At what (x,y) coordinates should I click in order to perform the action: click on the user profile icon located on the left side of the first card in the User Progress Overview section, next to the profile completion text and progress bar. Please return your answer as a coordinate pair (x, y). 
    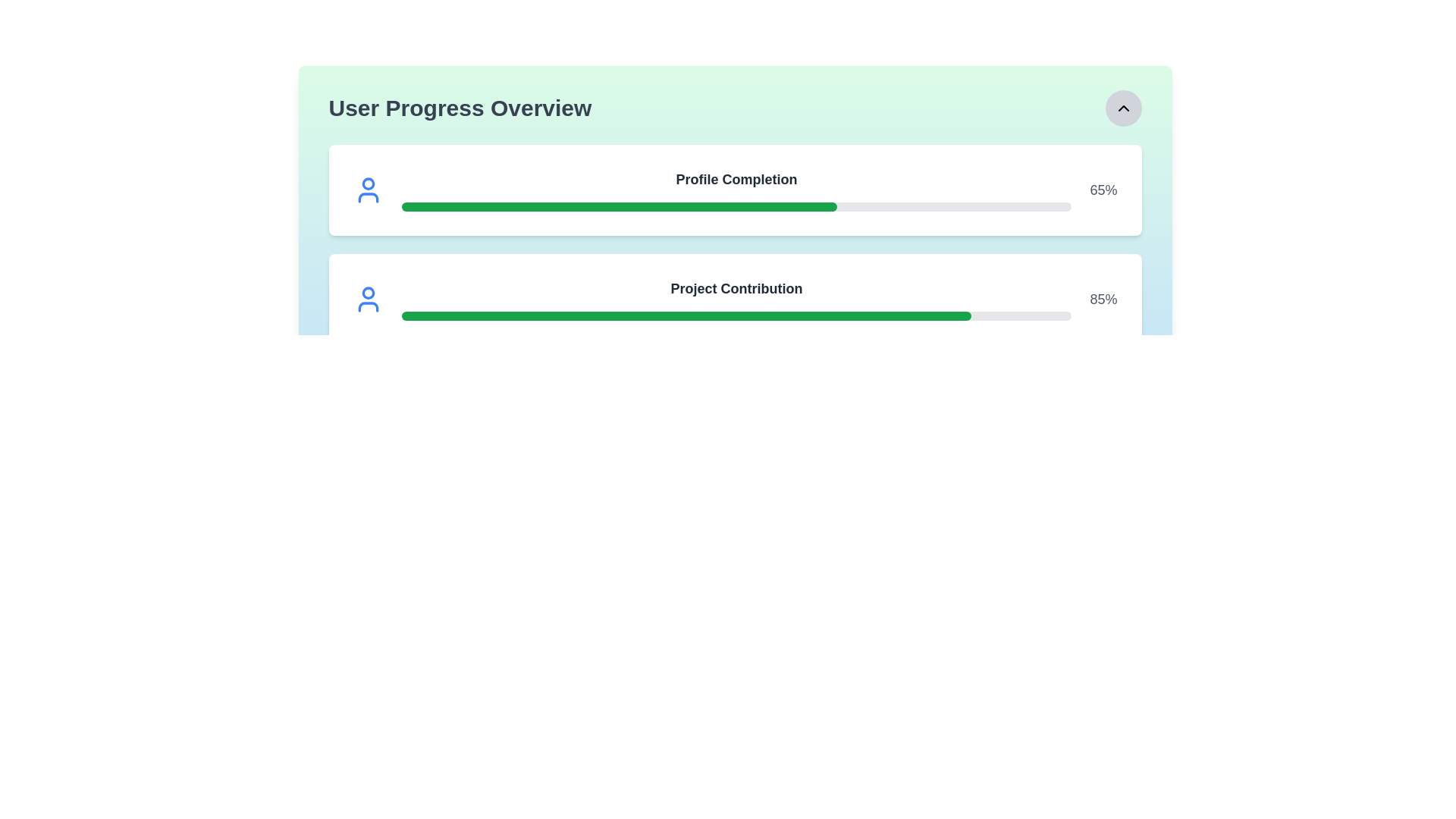
    Looking at the image, I should click on (368, 189).